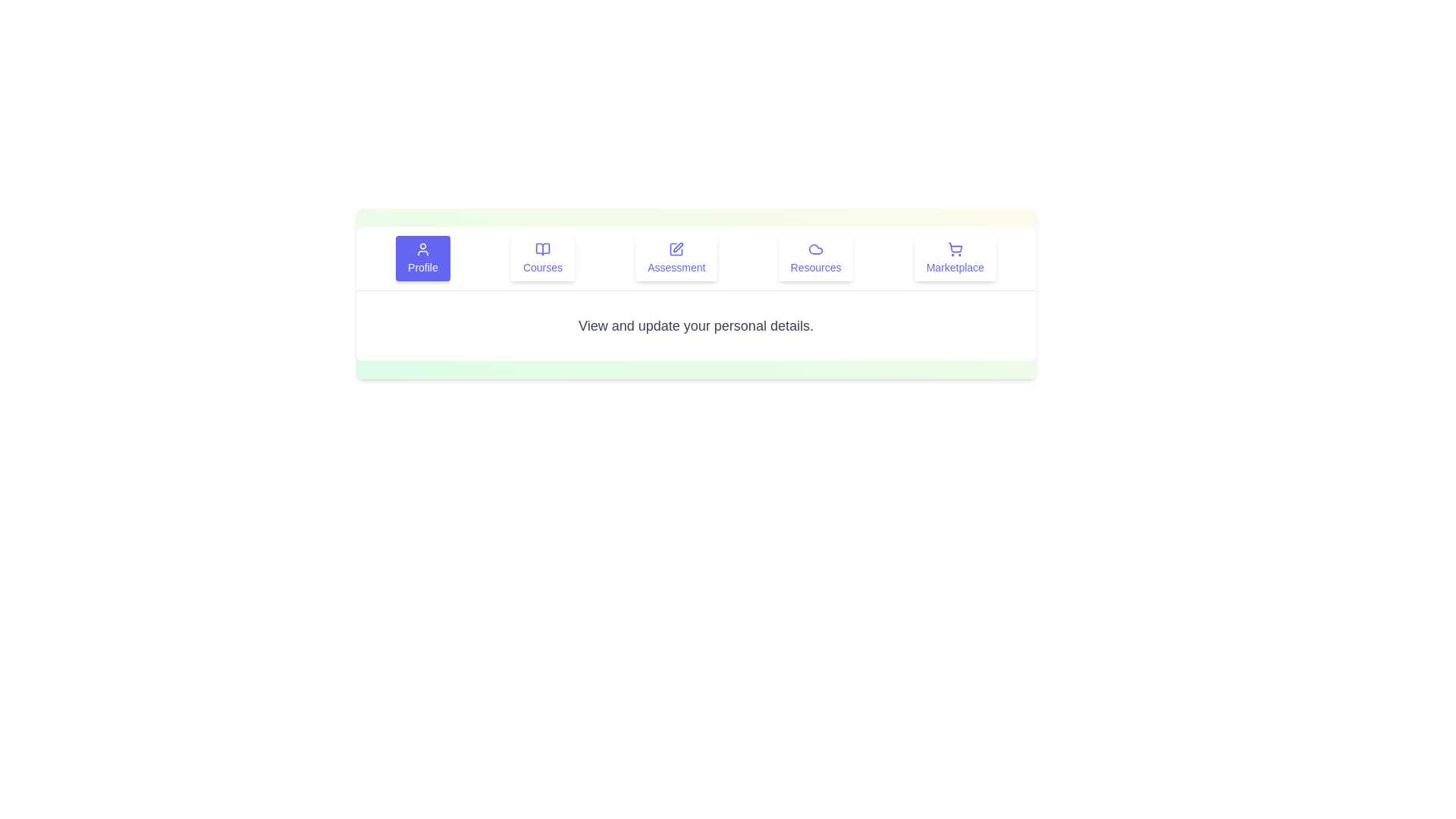  Describe the element at coordinates (954, 257) in the screenshot. I see `the 'Marketplace' button, which is the fifth item in the navigation bar with a white background and a blue shopping cart icon` at that location.